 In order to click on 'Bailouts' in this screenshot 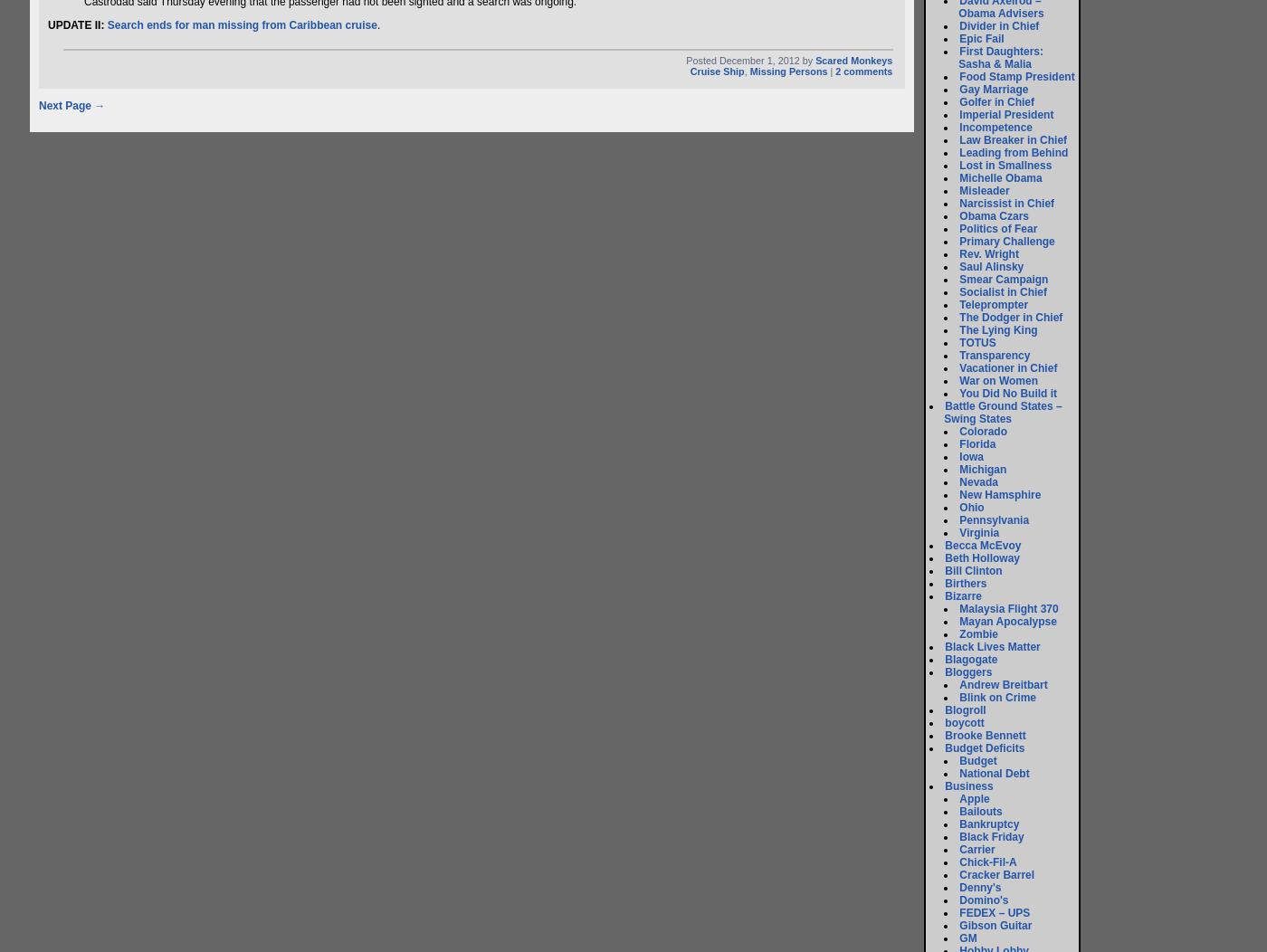, I will do `click(980, 812)`.